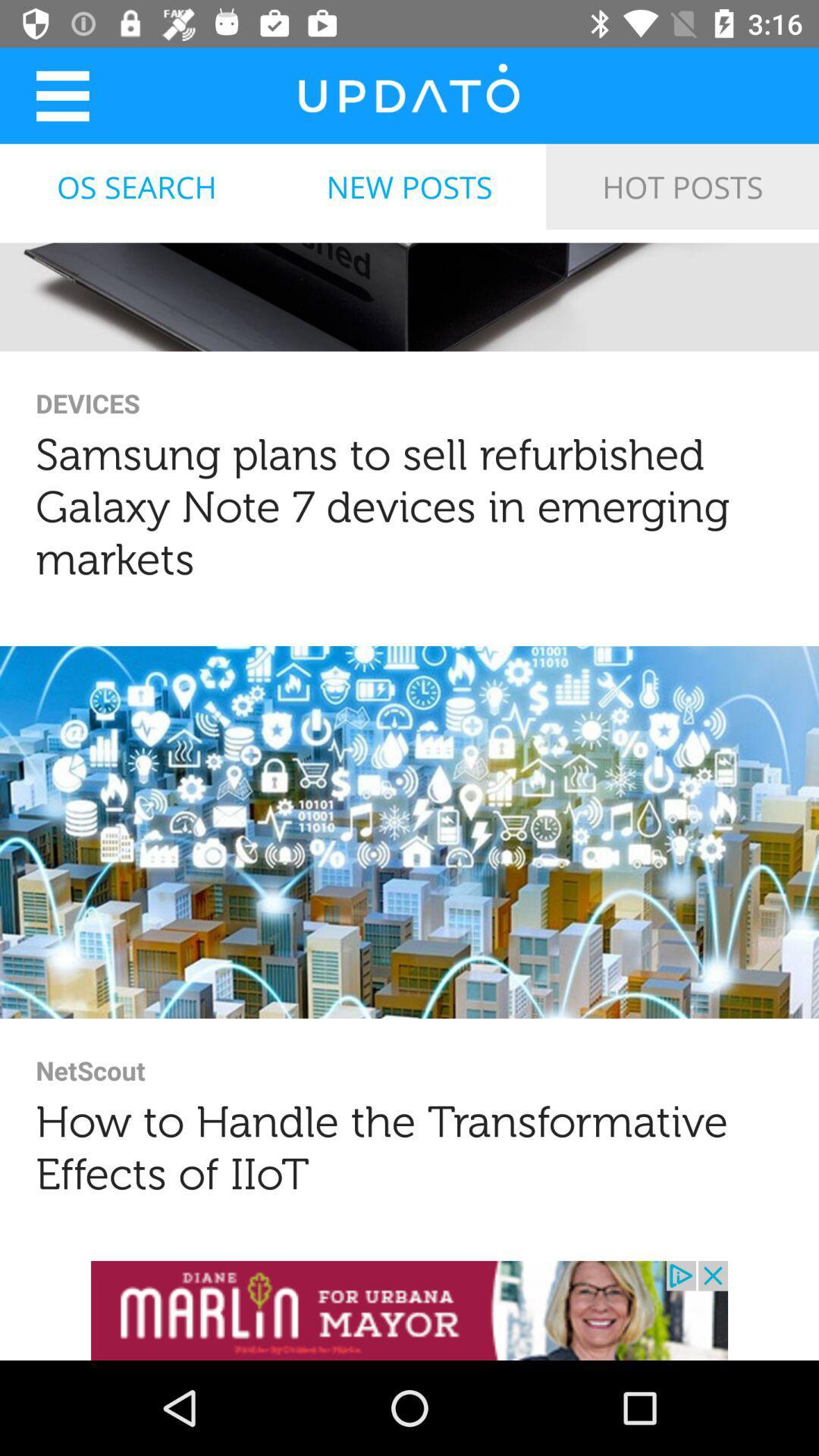 This screenshot has width=819, height=1456. Describe the element at coordinates (61, 95) in the screenshot. I see `expand options button` at that location.